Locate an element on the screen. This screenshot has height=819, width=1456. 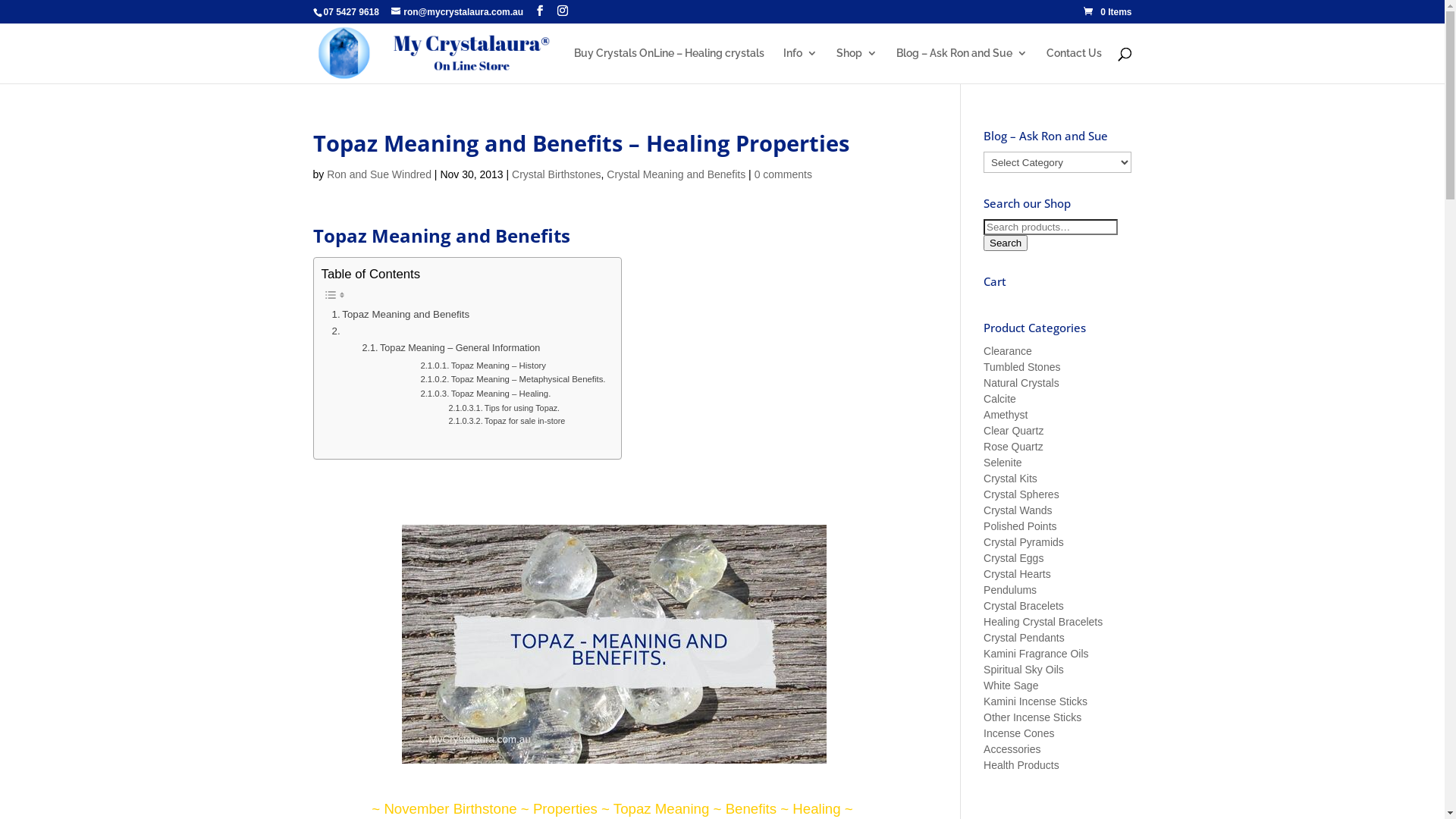
'Rose Quartz' is located at coordinates (983, 446).